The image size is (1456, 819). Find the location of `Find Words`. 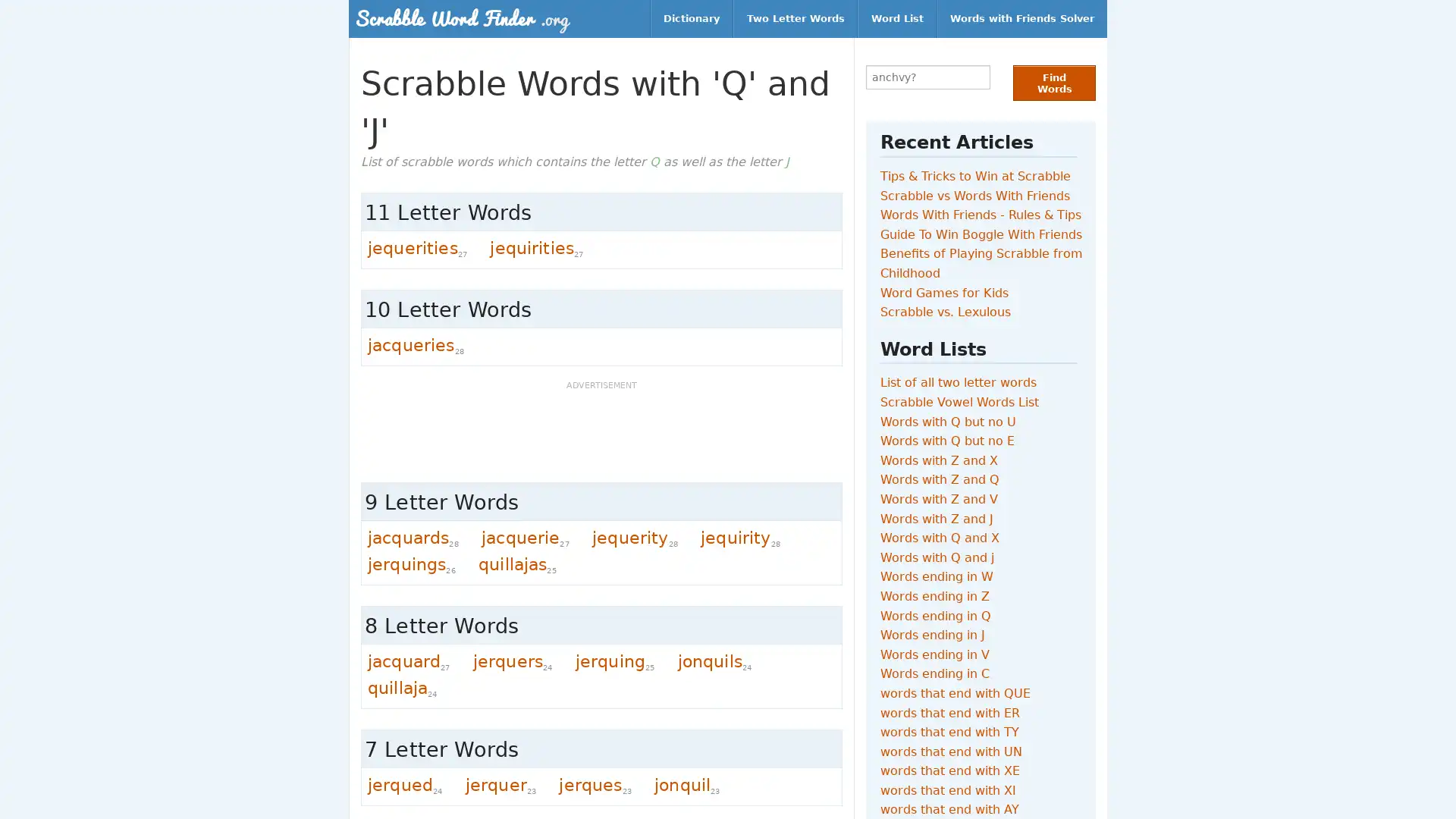

Find Words is located at coordinates (1053, 83).